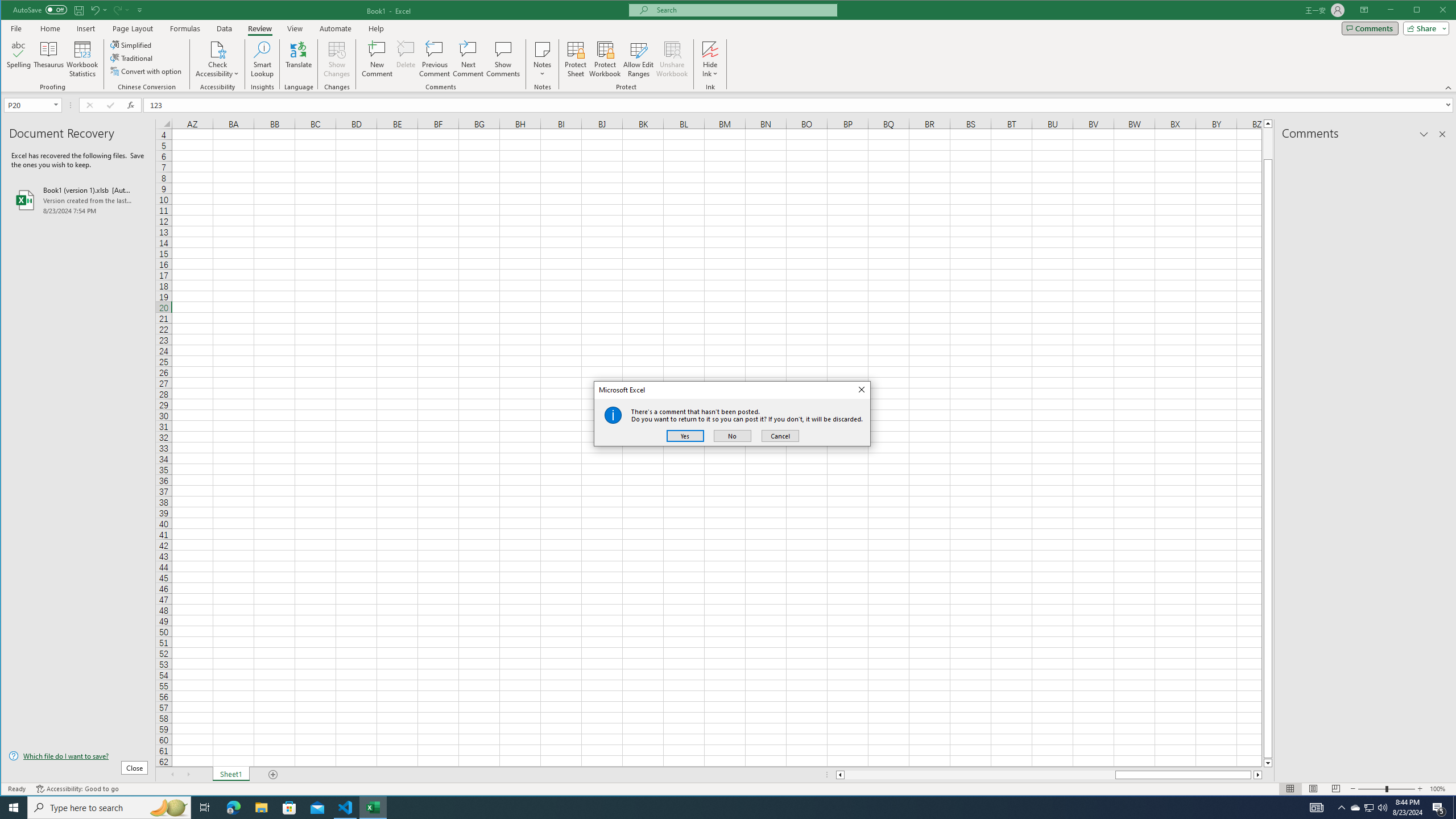  I want to click on 'Yes', so click(684, 435).